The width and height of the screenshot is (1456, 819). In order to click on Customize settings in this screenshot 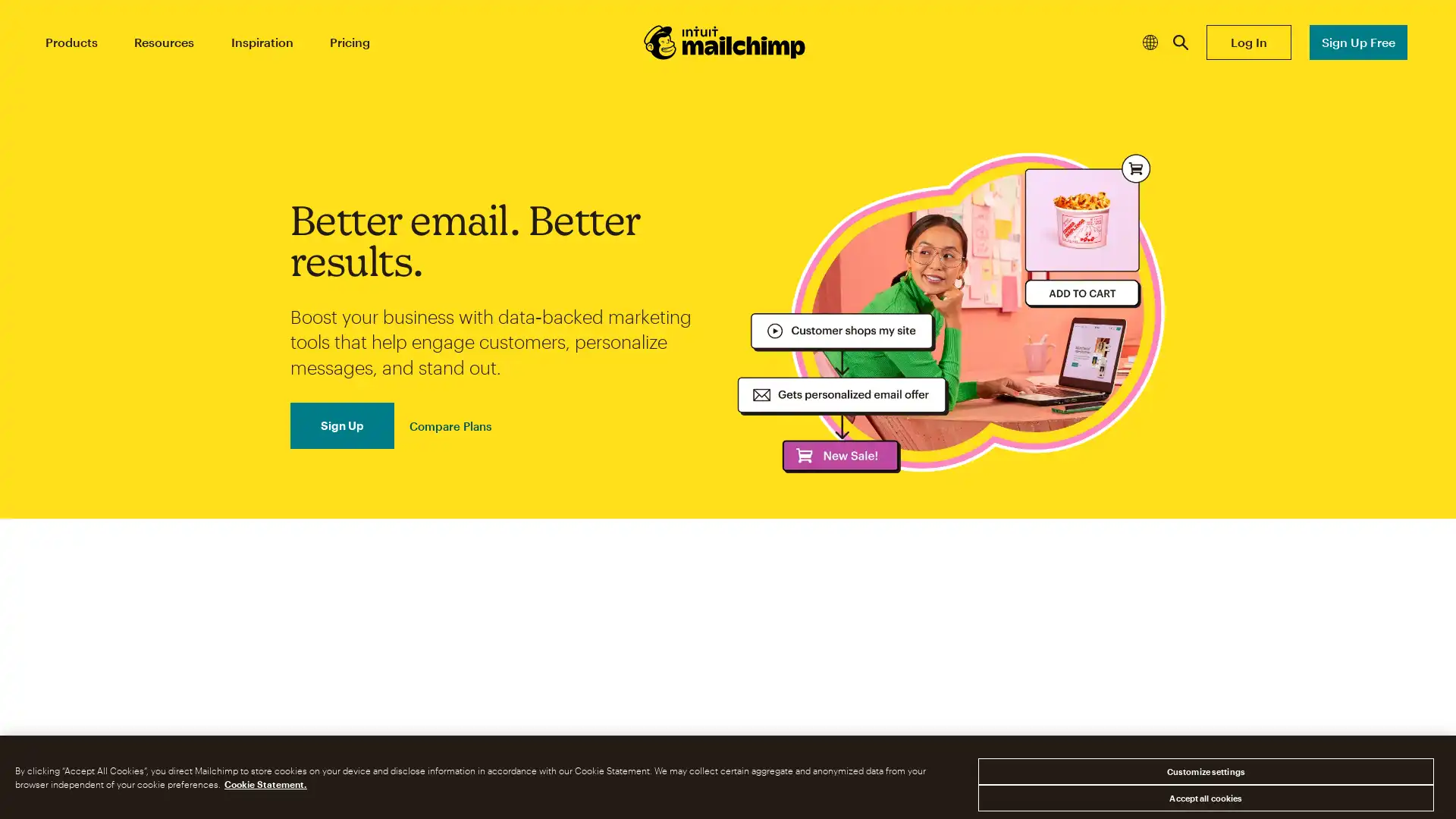, I will do `click(1204, 771)`.